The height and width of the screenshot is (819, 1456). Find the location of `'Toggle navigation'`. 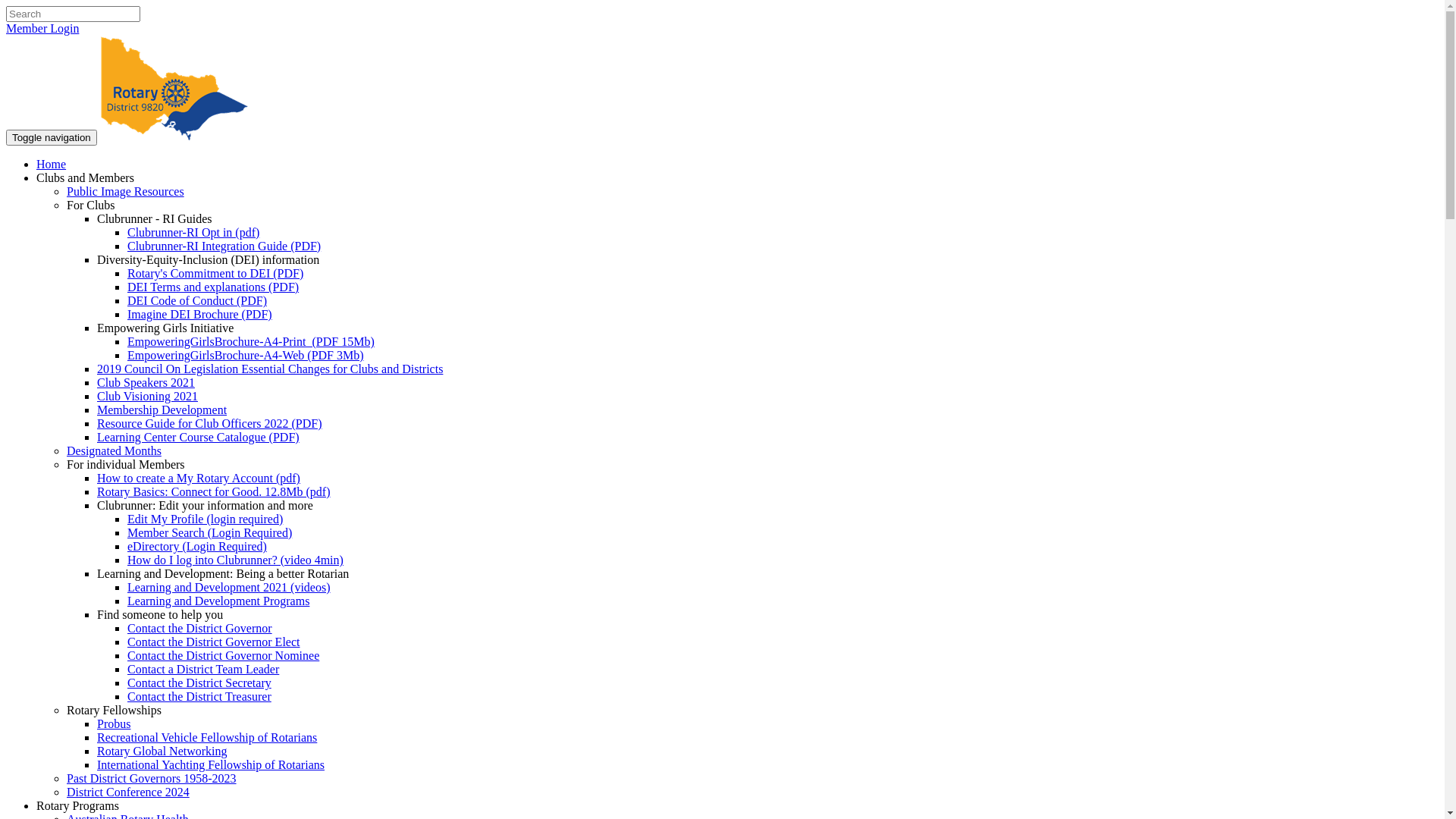

'Toggle navigation' is located at coordinates (51, 137).